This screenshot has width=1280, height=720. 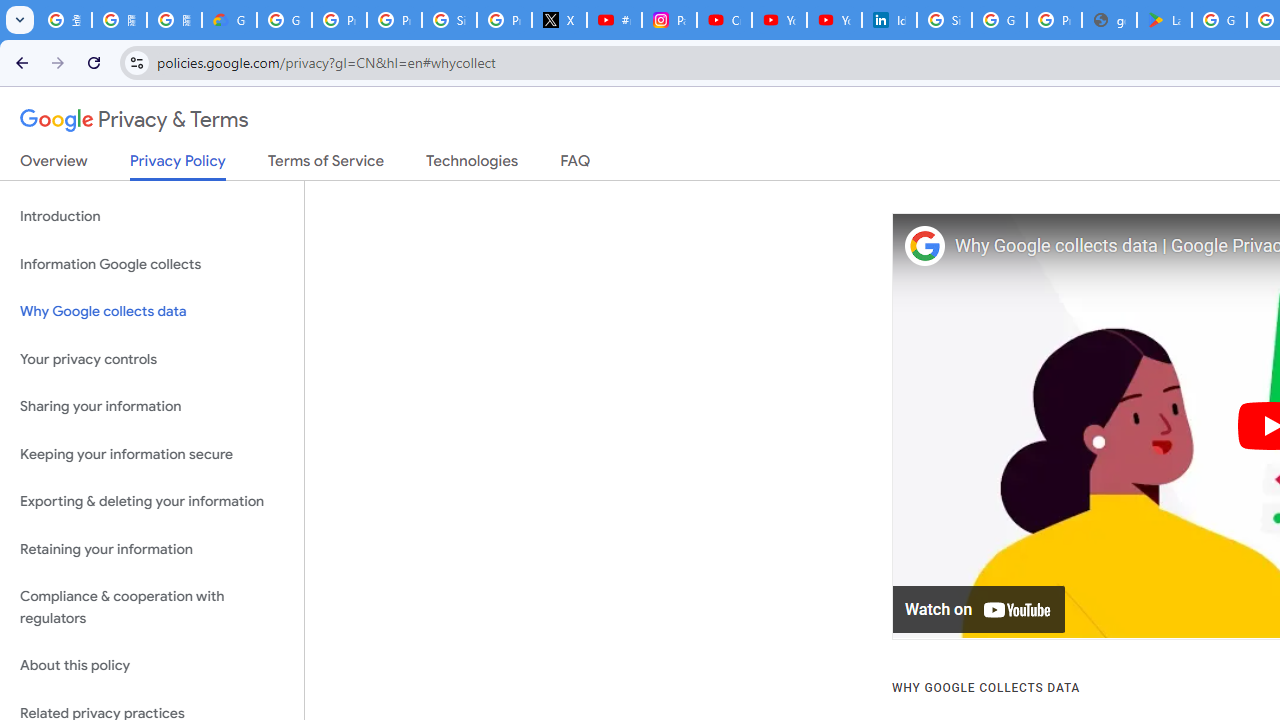 What do you see at coordinates (979, 609) in the screenshot?
I see `'Watch on YouTube'` at bounding box center [979, 609].